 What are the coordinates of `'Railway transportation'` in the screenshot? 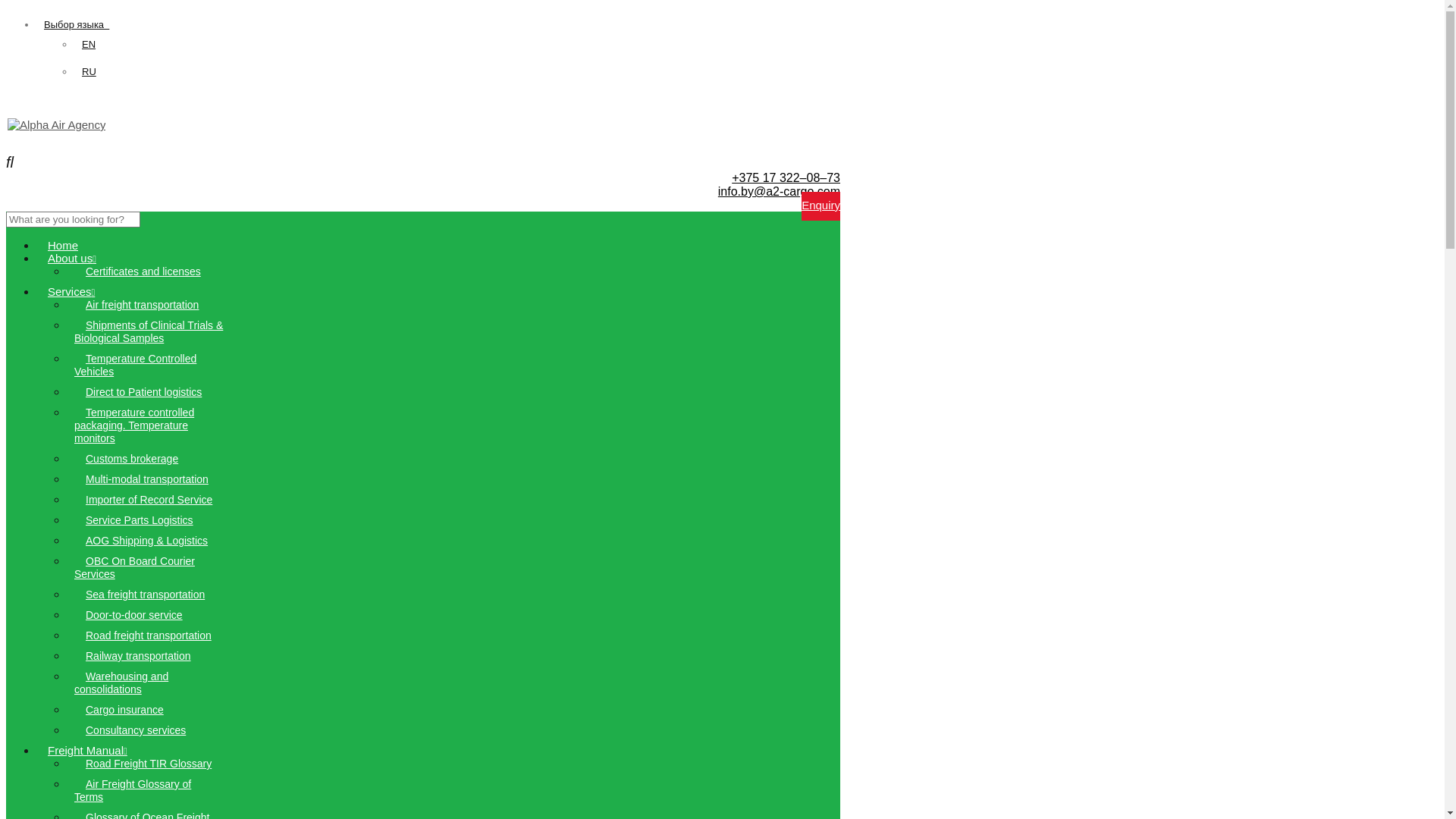 It's located at (138, 654).